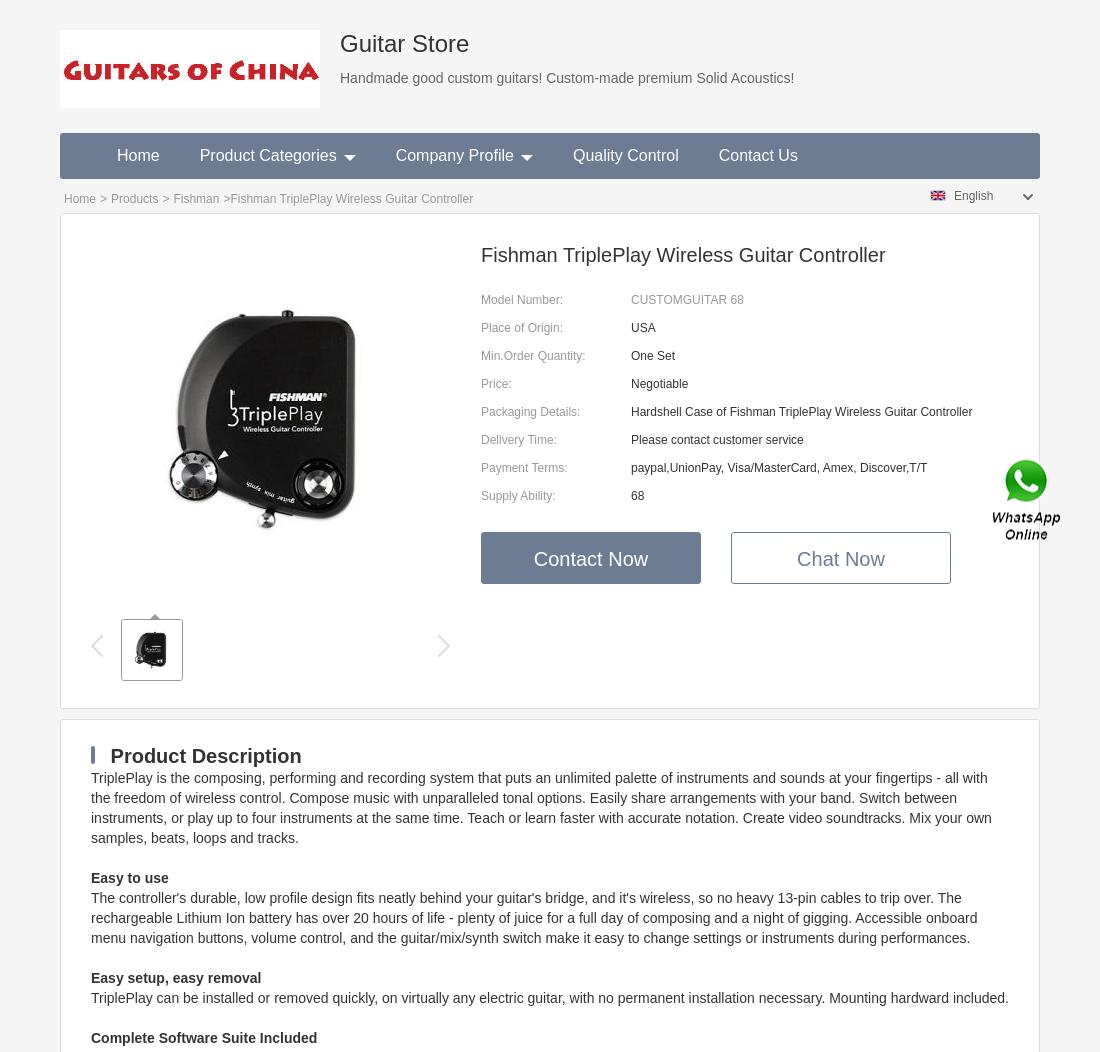 Image resolution: width=1100 pixels, height=1052 pixels. Describe the element at coordinates (129, 877) in the screenshot. I see `'Easy to use'` at that location.